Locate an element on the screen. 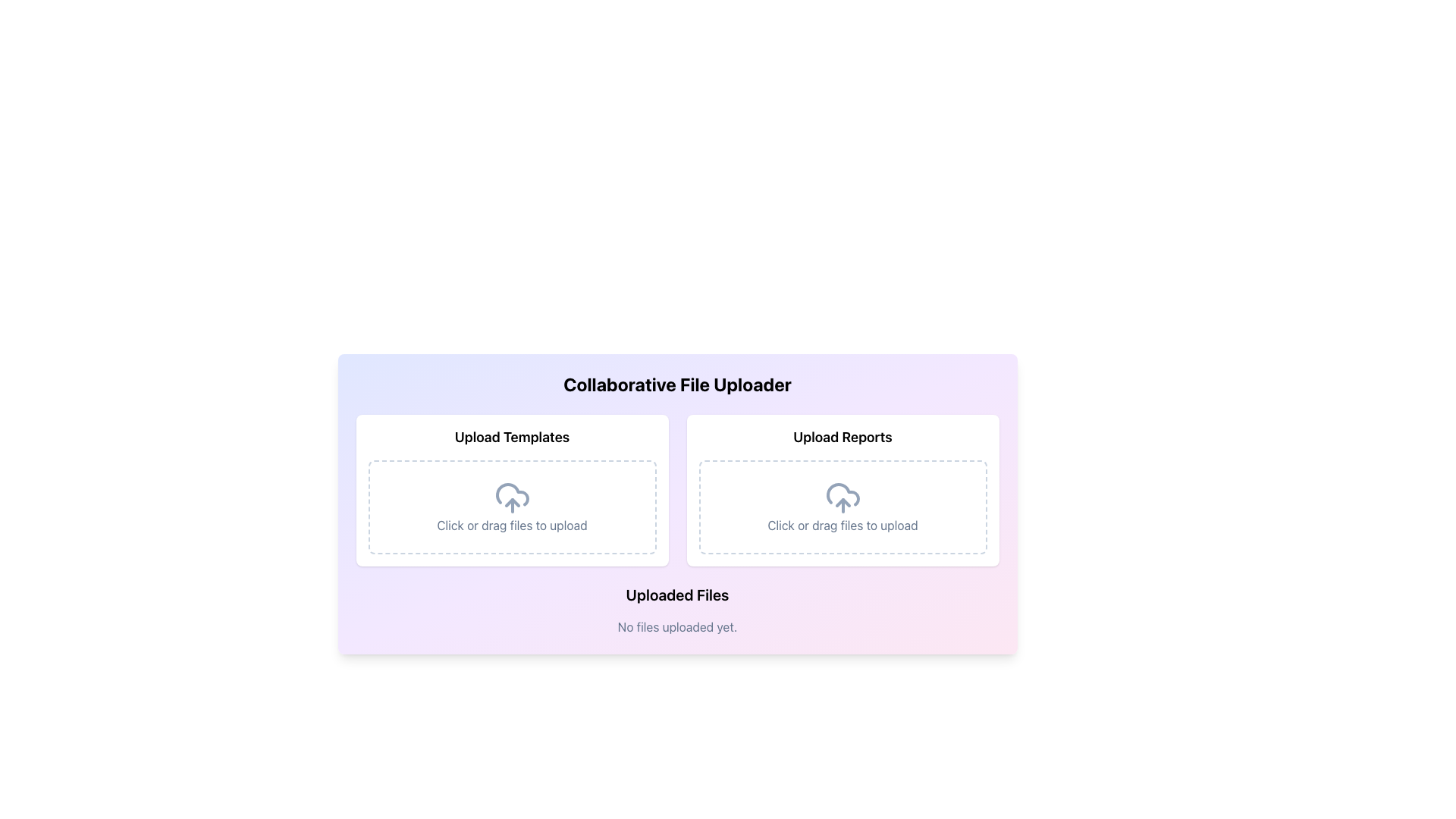 Image resolution: width=1456 pixels, height=819 pixels. the Decorative upload icon located in the 'Upload Reports' section above the text 'Click or drag files to upload' is located at coordinates (842, 497).